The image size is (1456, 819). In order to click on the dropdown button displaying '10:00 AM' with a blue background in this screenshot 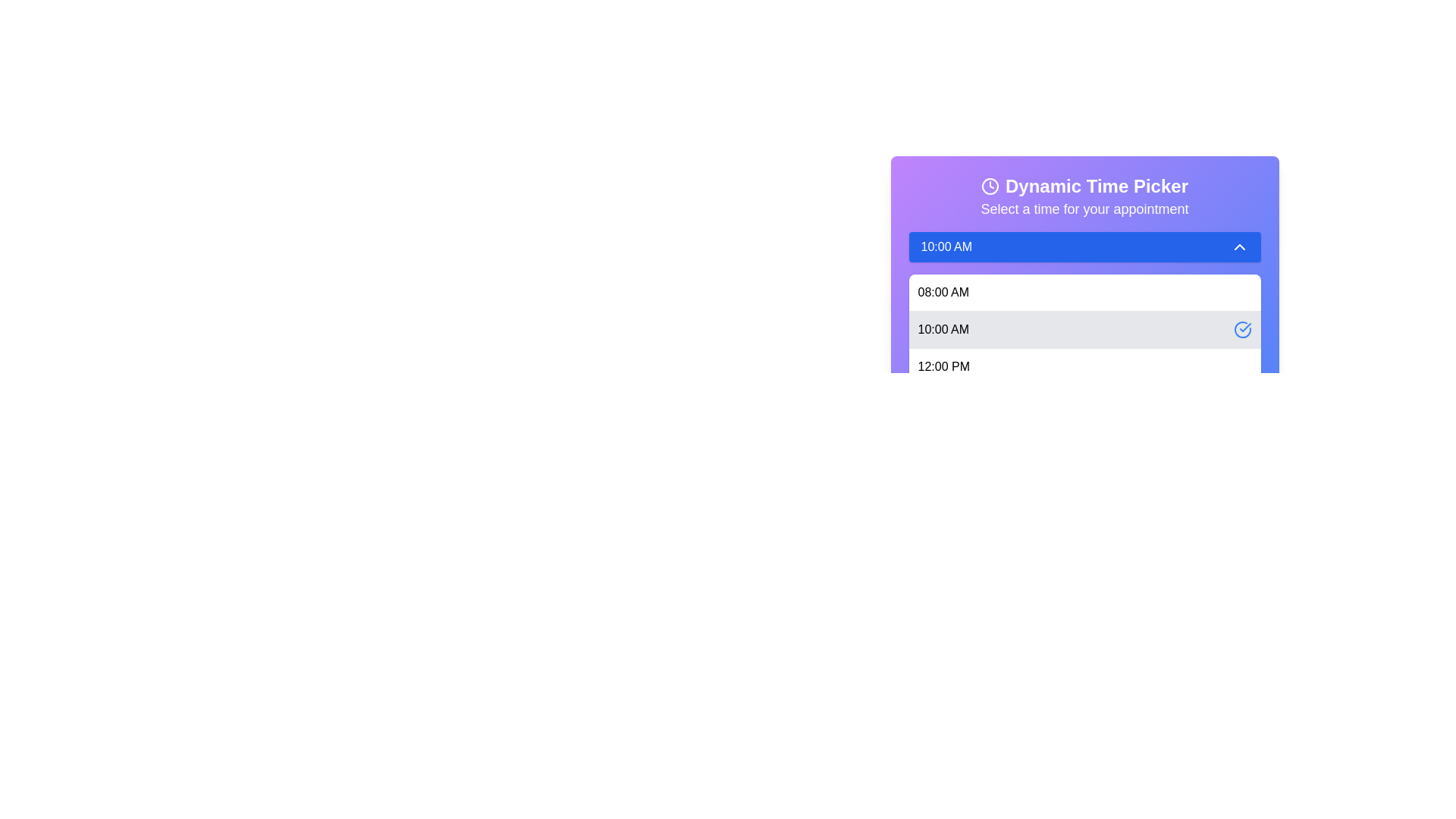, I will do `click(1084, 246)`.